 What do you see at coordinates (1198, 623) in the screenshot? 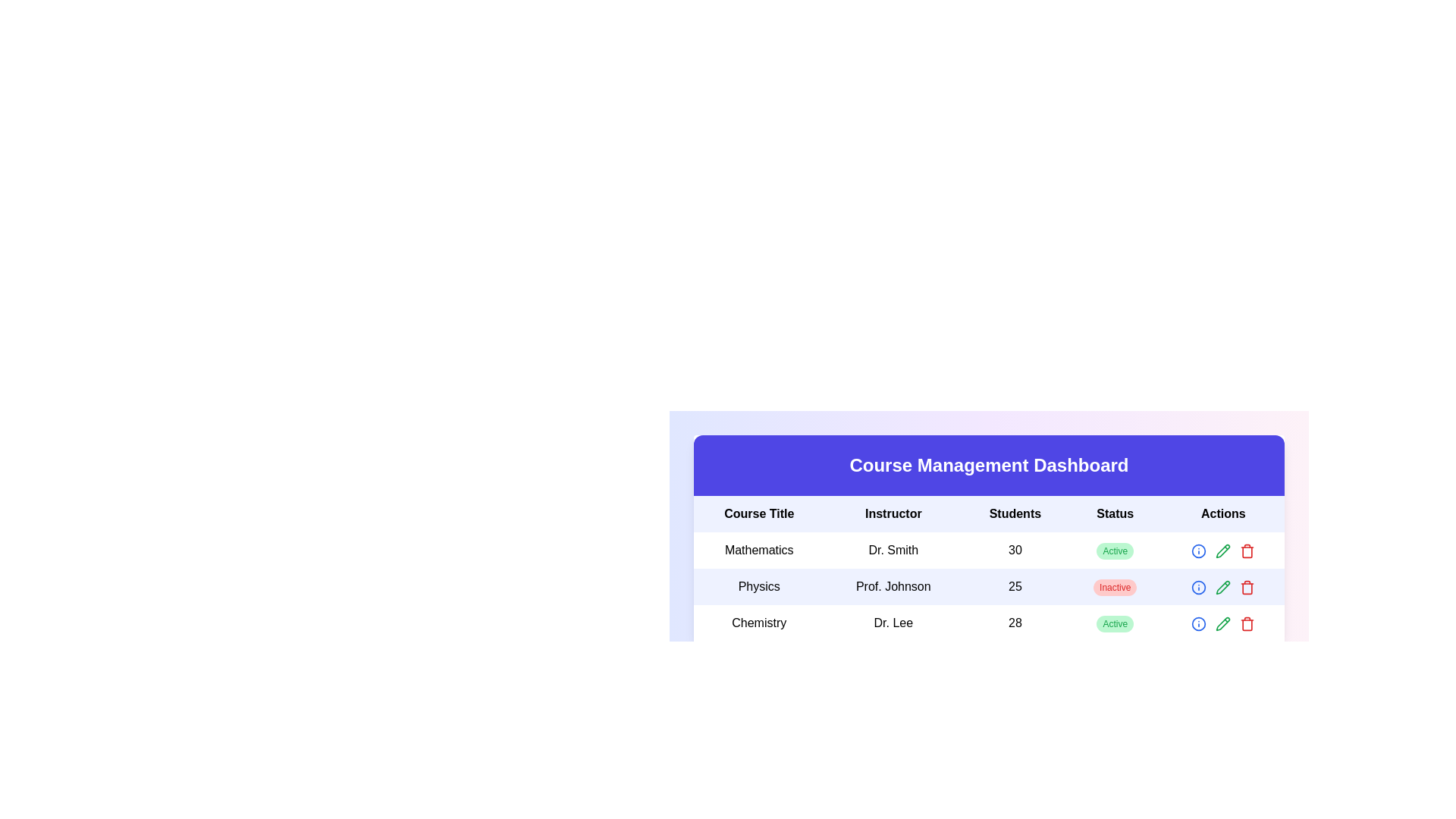
I see `the circular icon with an information symbol ('i') in the 'Actions' column of the last row associated with the 'Chemistry' course` at bounding box center [1198, 623].